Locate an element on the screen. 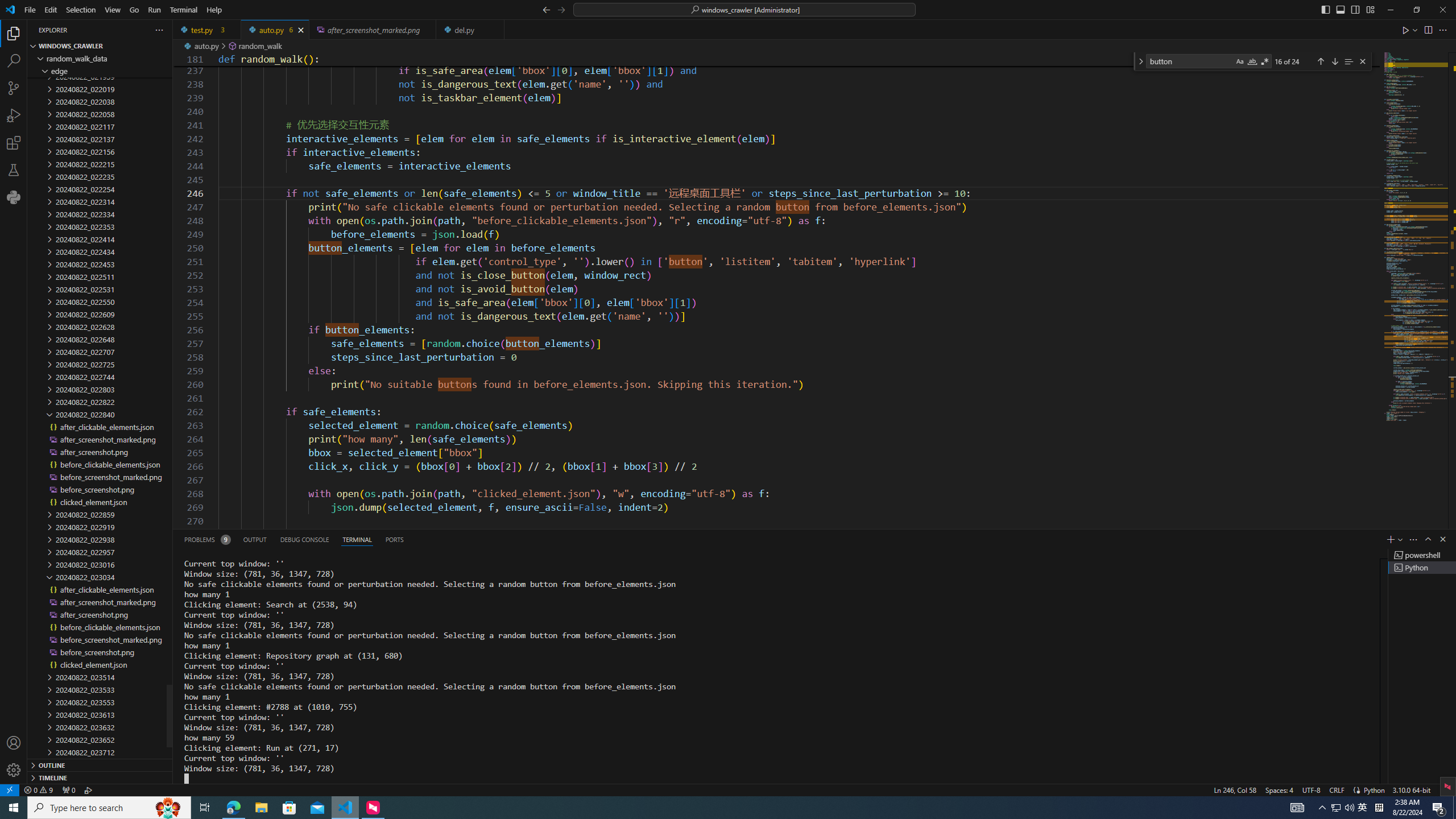 The image size is (1456, 819). 'Run and Debug (Ctrl+Shift+D)' is located at coordinates (14, 115).